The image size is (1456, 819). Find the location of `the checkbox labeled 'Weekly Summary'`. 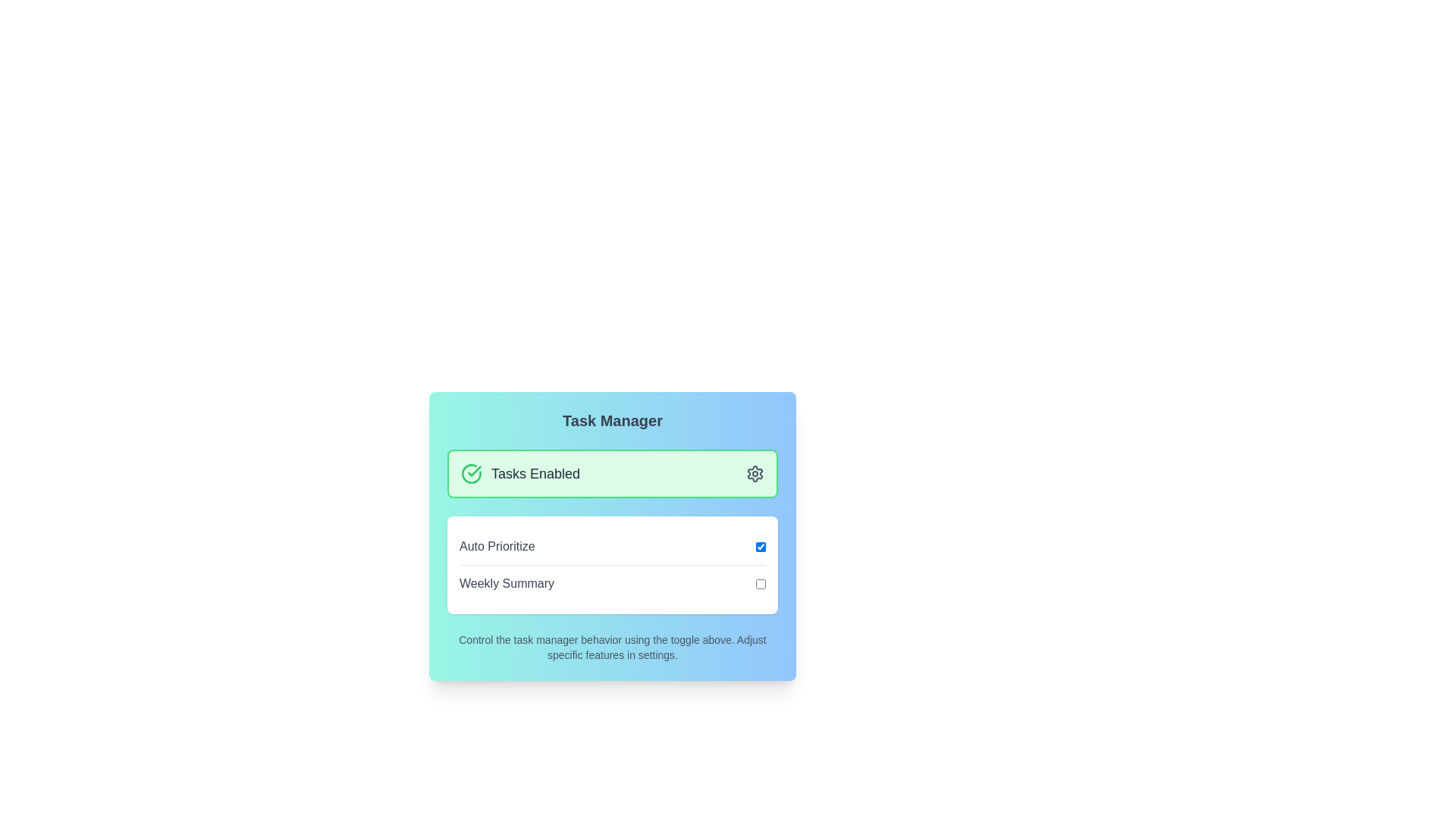

the checkbox labeled 'Weekly Summary' is located at coordinates (612, 582).